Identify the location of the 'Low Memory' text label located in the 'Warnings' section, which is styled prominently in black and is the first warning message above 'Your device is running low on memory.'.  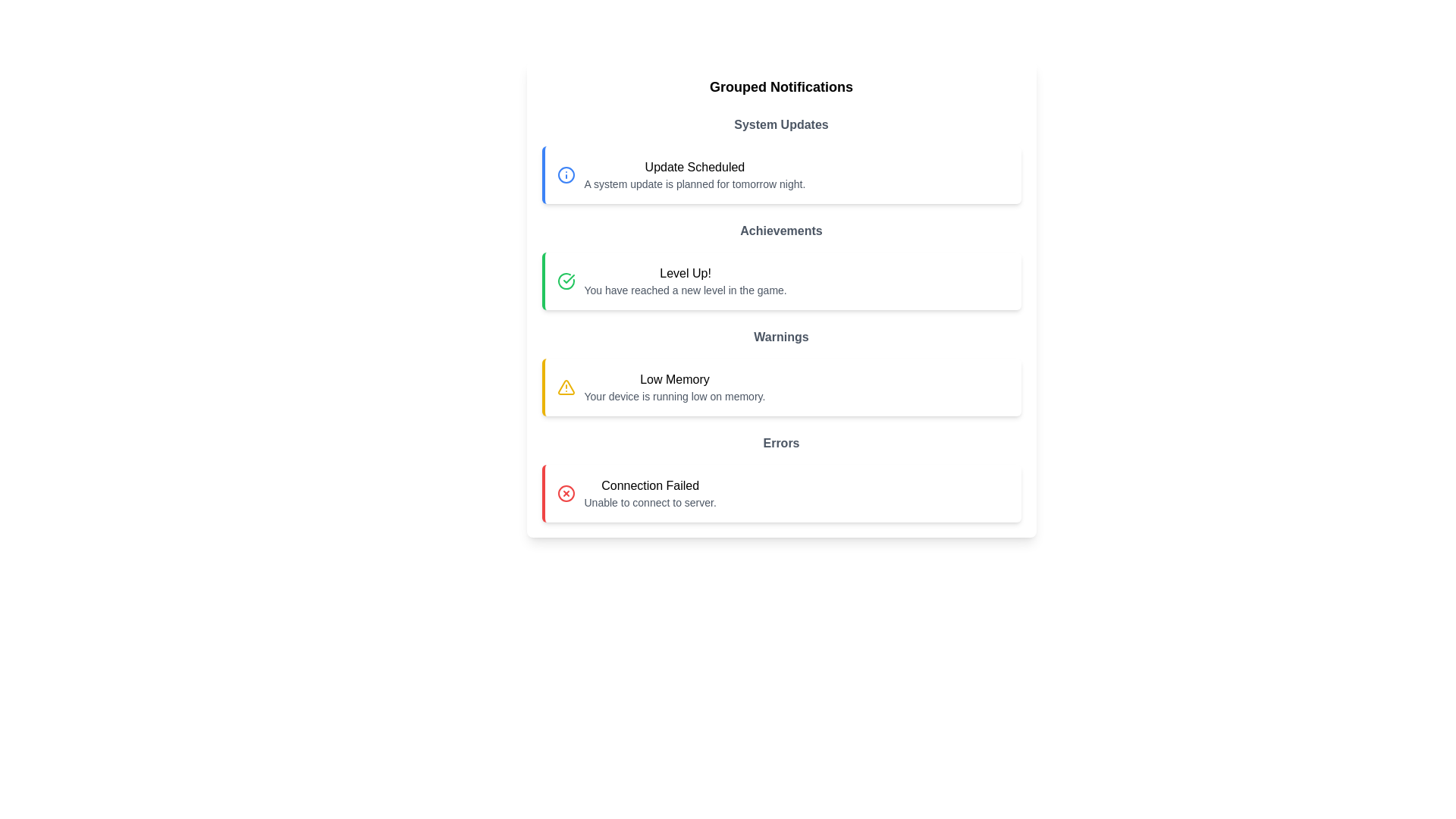
(673, 379).